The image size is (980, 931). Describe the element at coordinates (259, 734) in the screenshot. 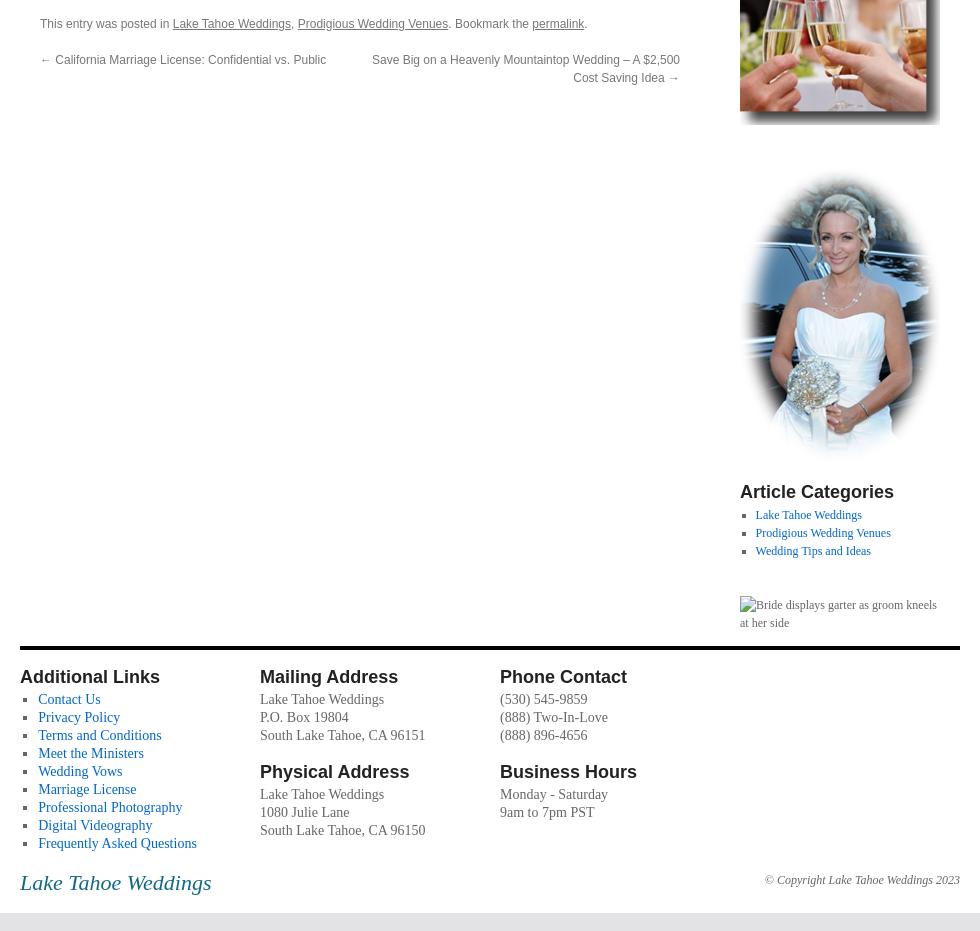

I see `'South Lake Tahoe, CA 96151'` at that location.